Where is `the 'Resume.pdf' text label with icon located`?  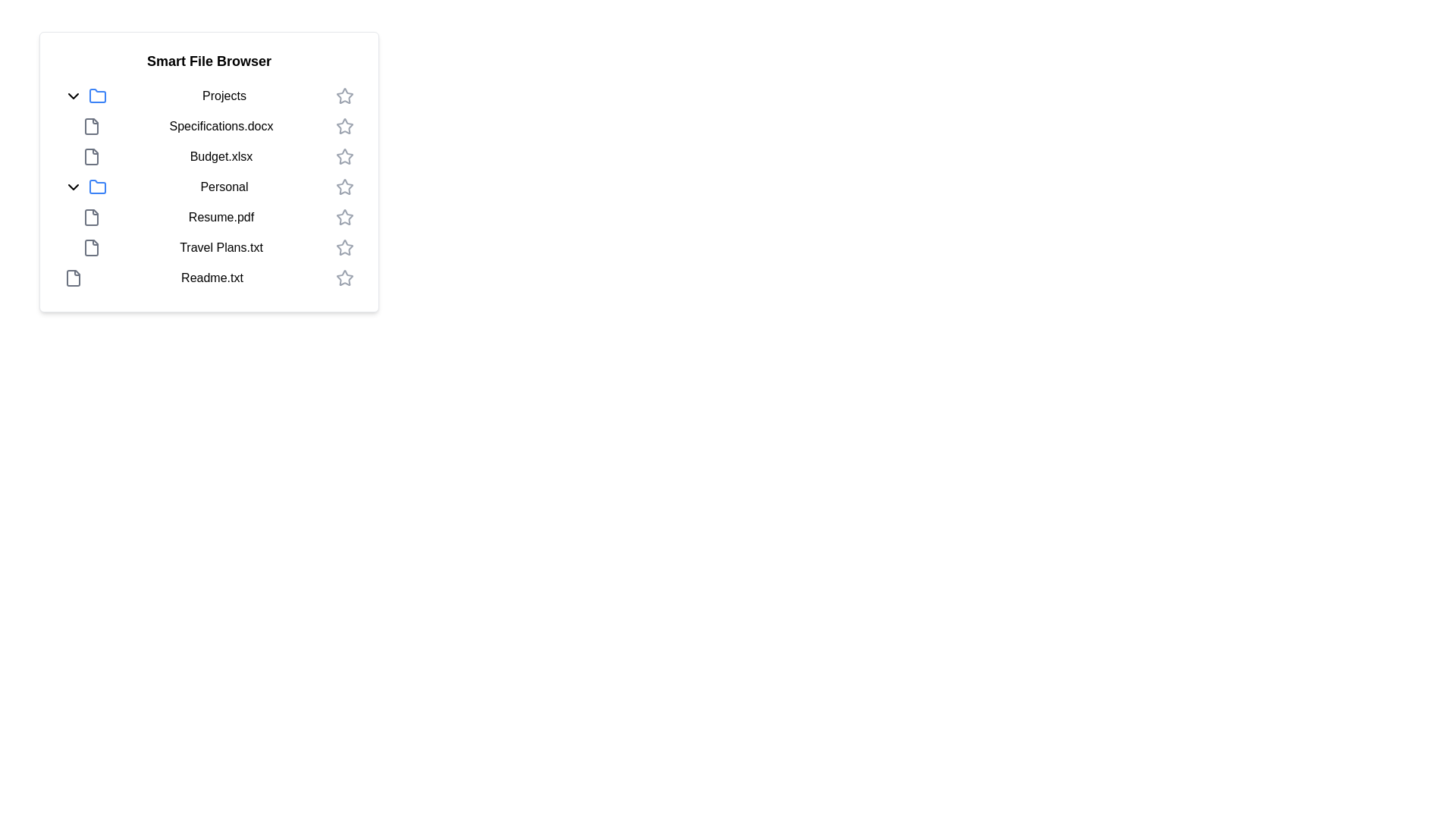
the 'Resume.pdf' text label with icon located is located at coordinates (208, 217).